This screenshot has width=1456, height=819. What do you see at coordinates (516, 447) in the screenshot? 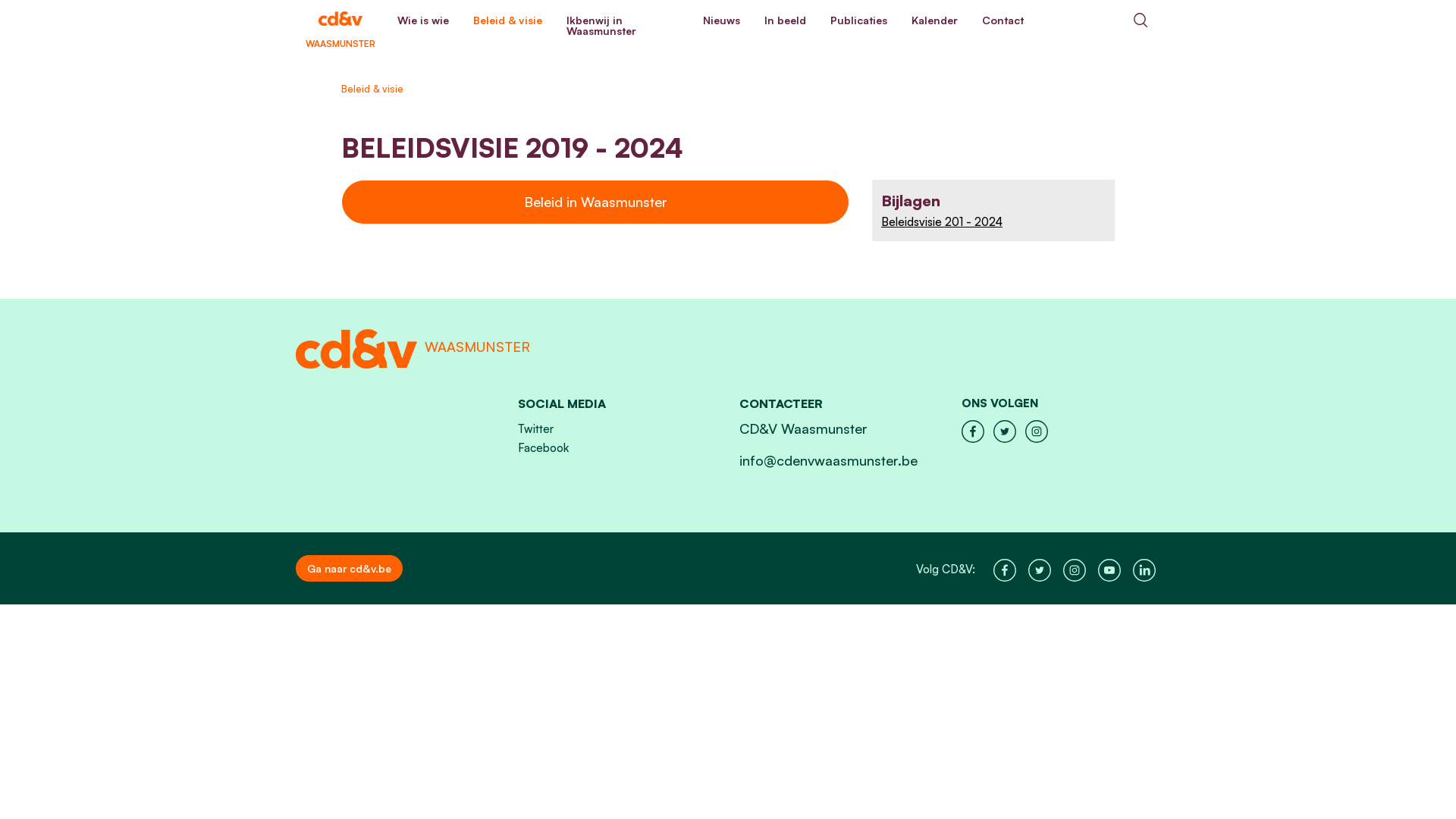
I see `'Facebook'` at bounding box center [516, 447].